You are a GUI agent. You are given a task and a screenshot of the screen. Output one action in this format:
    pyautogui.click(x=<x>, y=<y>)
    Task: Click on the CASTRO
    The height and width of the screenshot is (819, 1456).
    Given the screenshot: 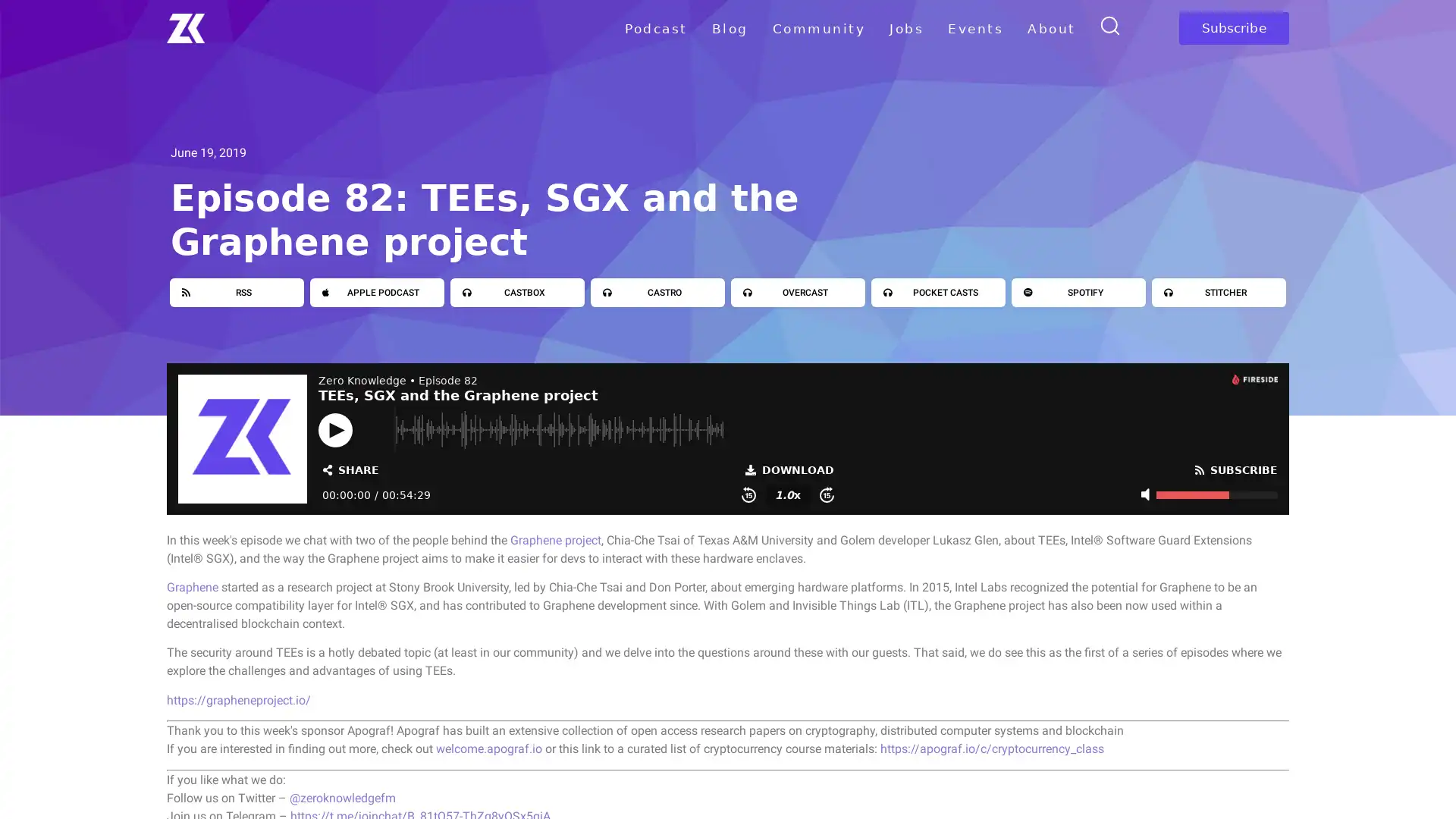 What is the action you would take?
    pyautogui.click(x=657, y=292)
    